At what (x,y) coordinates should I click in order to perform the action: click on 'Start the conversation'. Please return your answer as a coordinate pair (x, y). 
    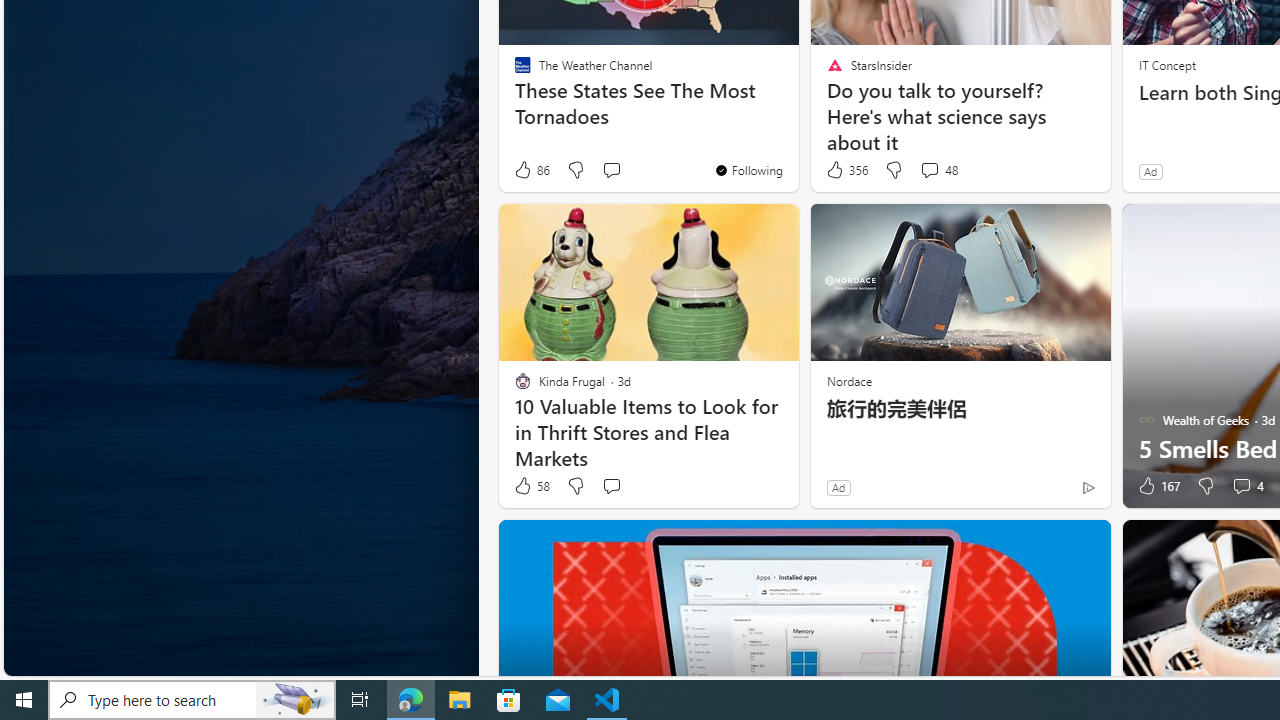
    Looking at the image, I should click on (610, 486).